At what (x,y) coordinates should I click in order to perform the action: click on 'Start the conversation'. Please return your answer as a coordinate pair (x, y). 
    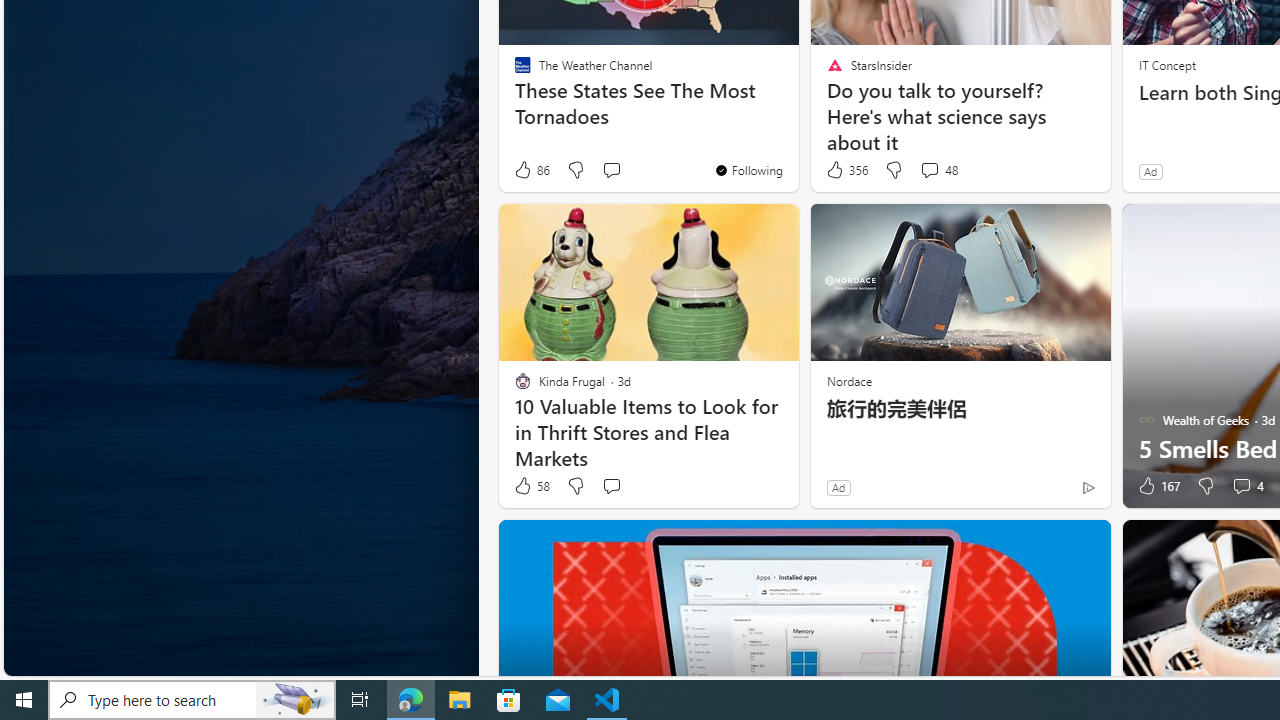
    Looking at the image, I should click on (610, 486).